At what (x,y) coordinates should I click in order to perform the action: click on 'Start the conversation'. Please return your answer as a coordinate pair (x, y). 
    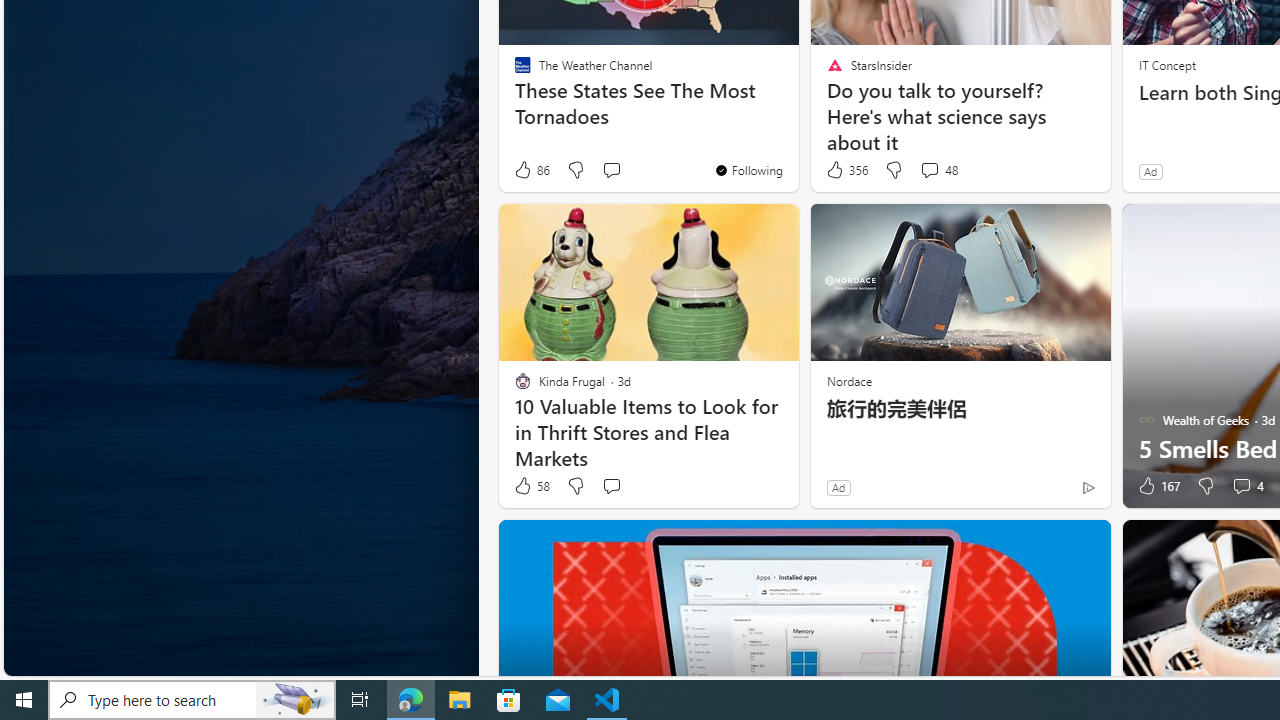
    Looking at the image, I should click on (610, 486).